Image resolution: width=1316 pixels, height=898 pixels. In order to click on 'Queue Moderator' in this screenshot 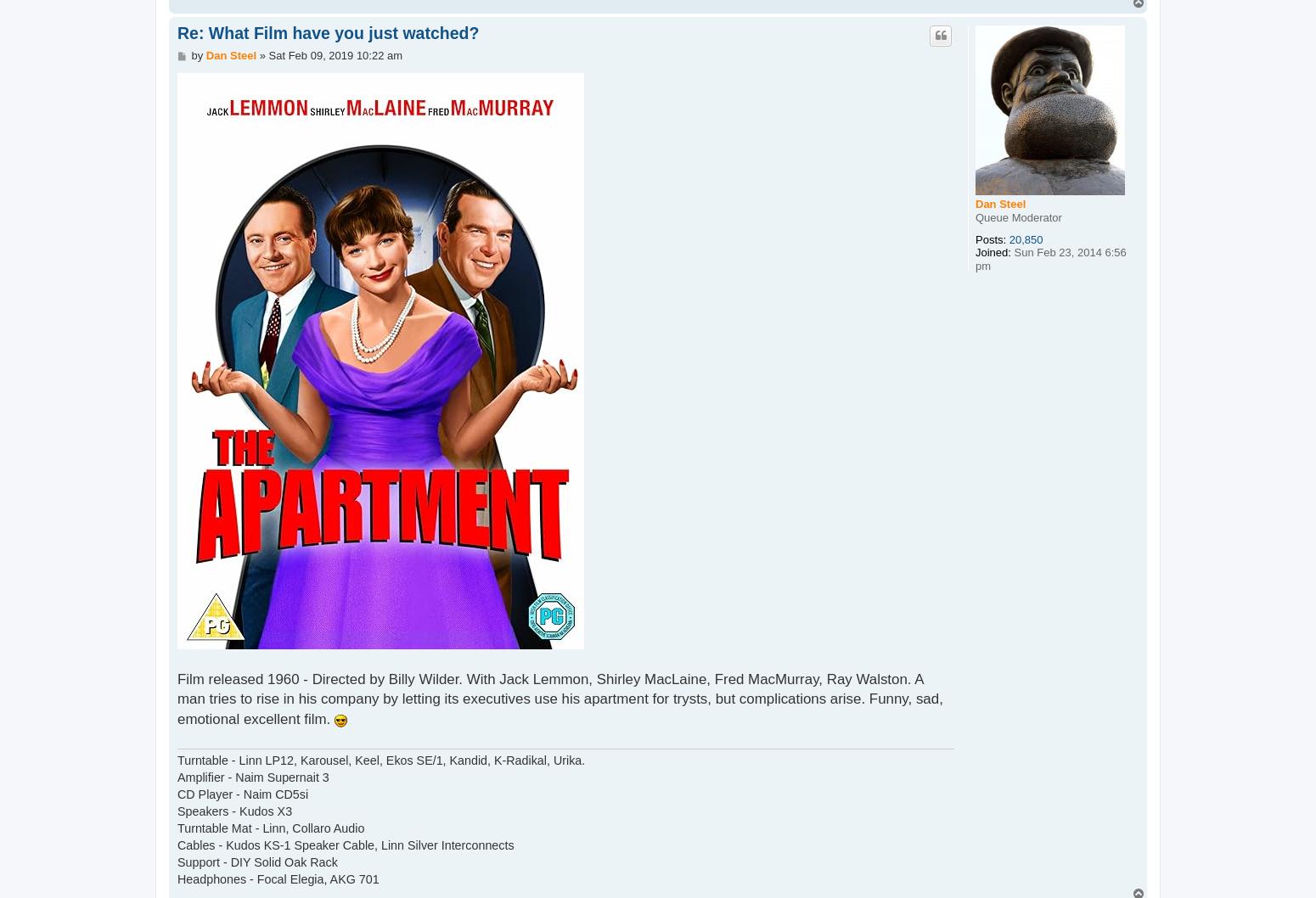, I will do `click(1018, 216)`.